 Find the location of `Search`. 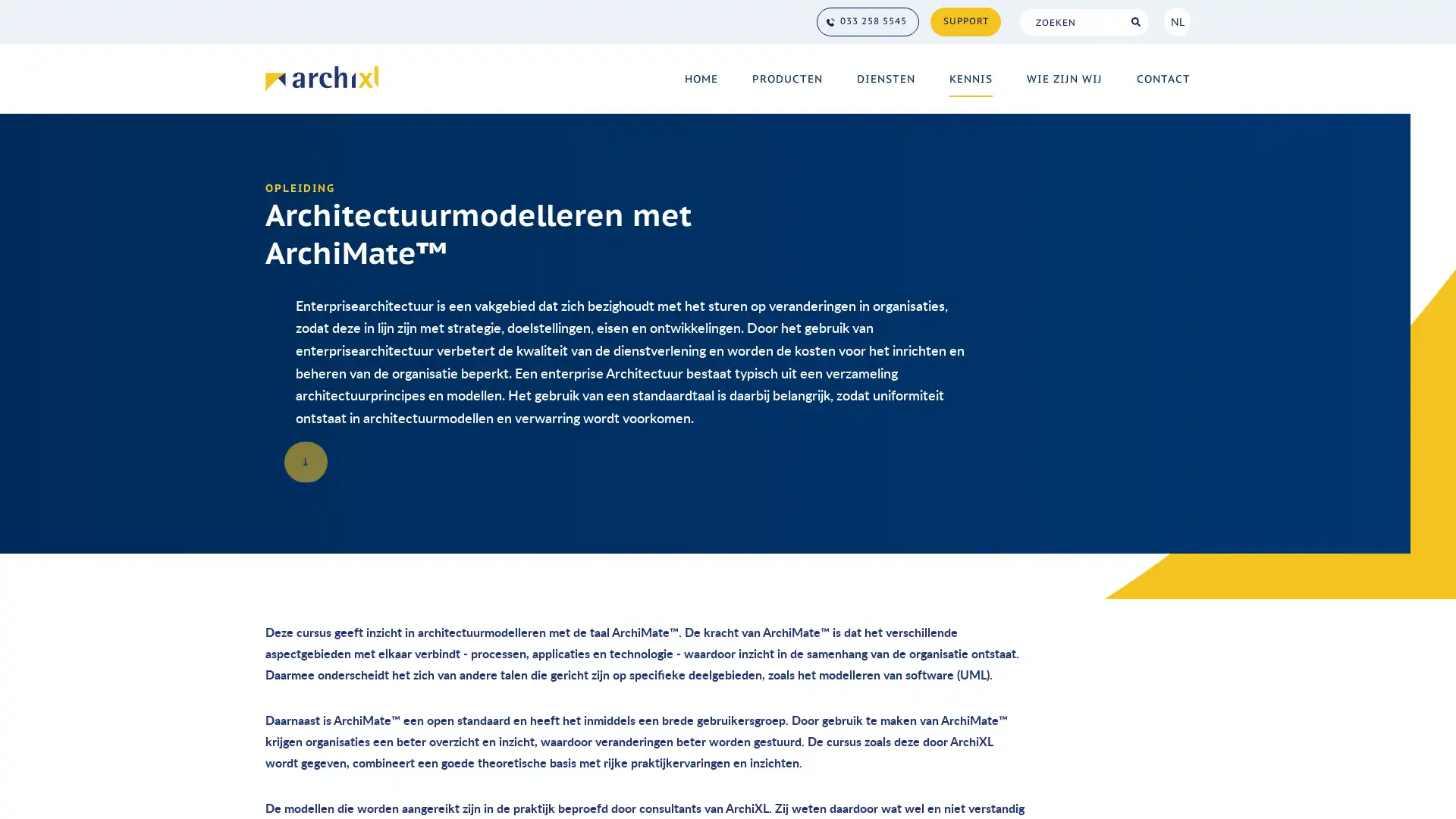

Search is located at coordinates (1135, 21).